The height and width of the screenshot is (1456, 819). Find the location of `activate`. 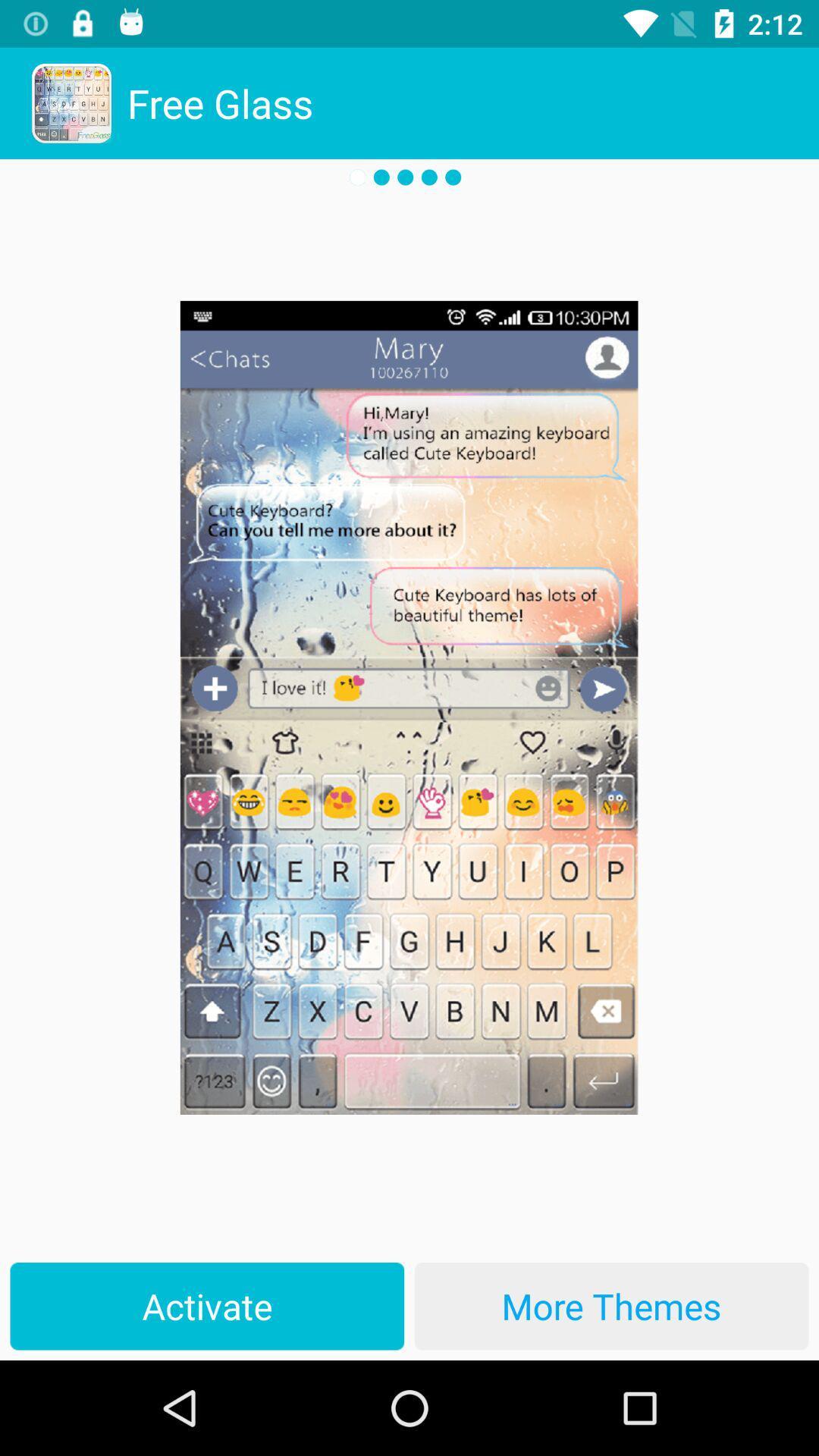

activate is located at coordinates (207, 1305).